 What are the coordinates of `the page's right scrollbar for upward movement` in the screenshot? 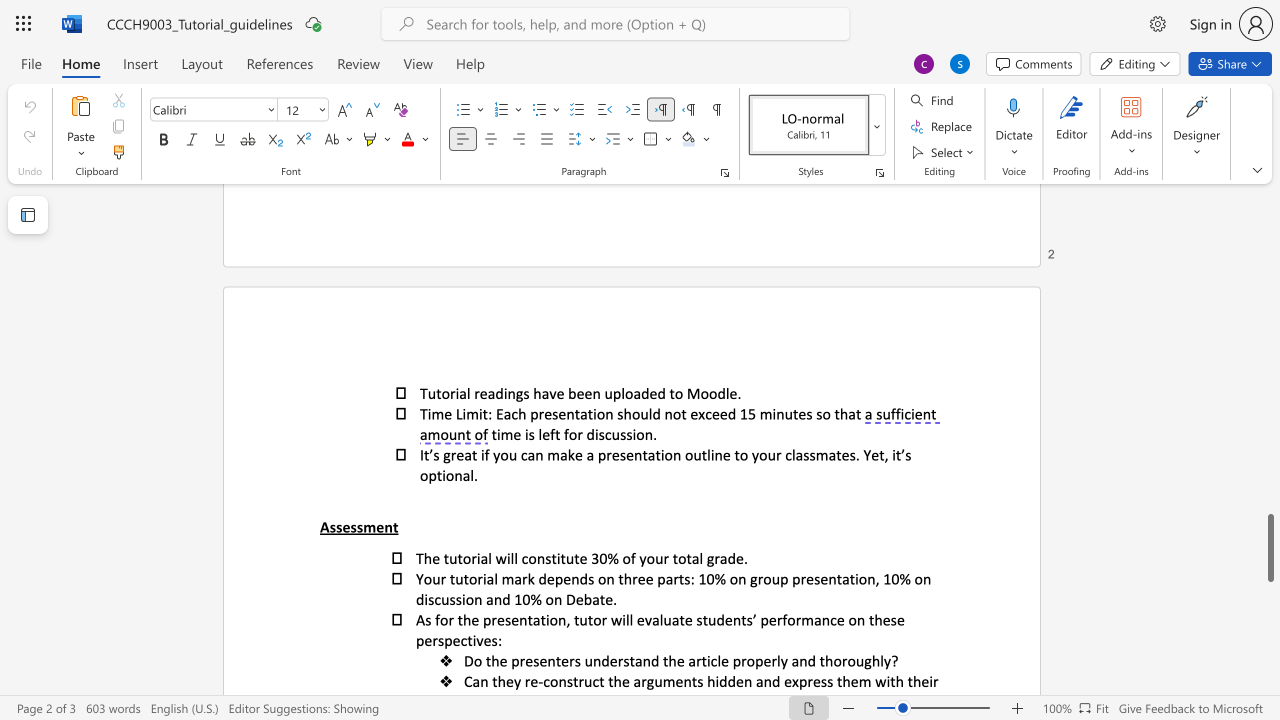 It's located at (1269, 328).